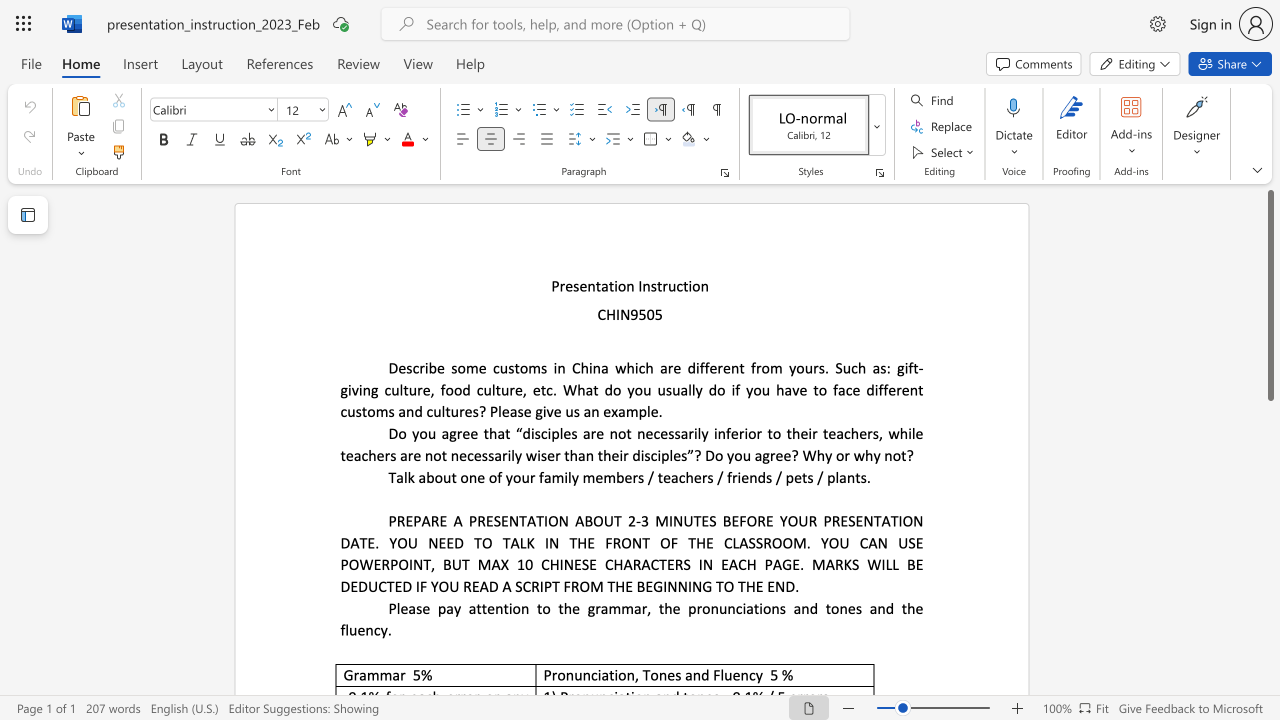 The image size is (1280, 720). I want to click on the right-hand scrollbar to descend the page, so click(1269, 450).